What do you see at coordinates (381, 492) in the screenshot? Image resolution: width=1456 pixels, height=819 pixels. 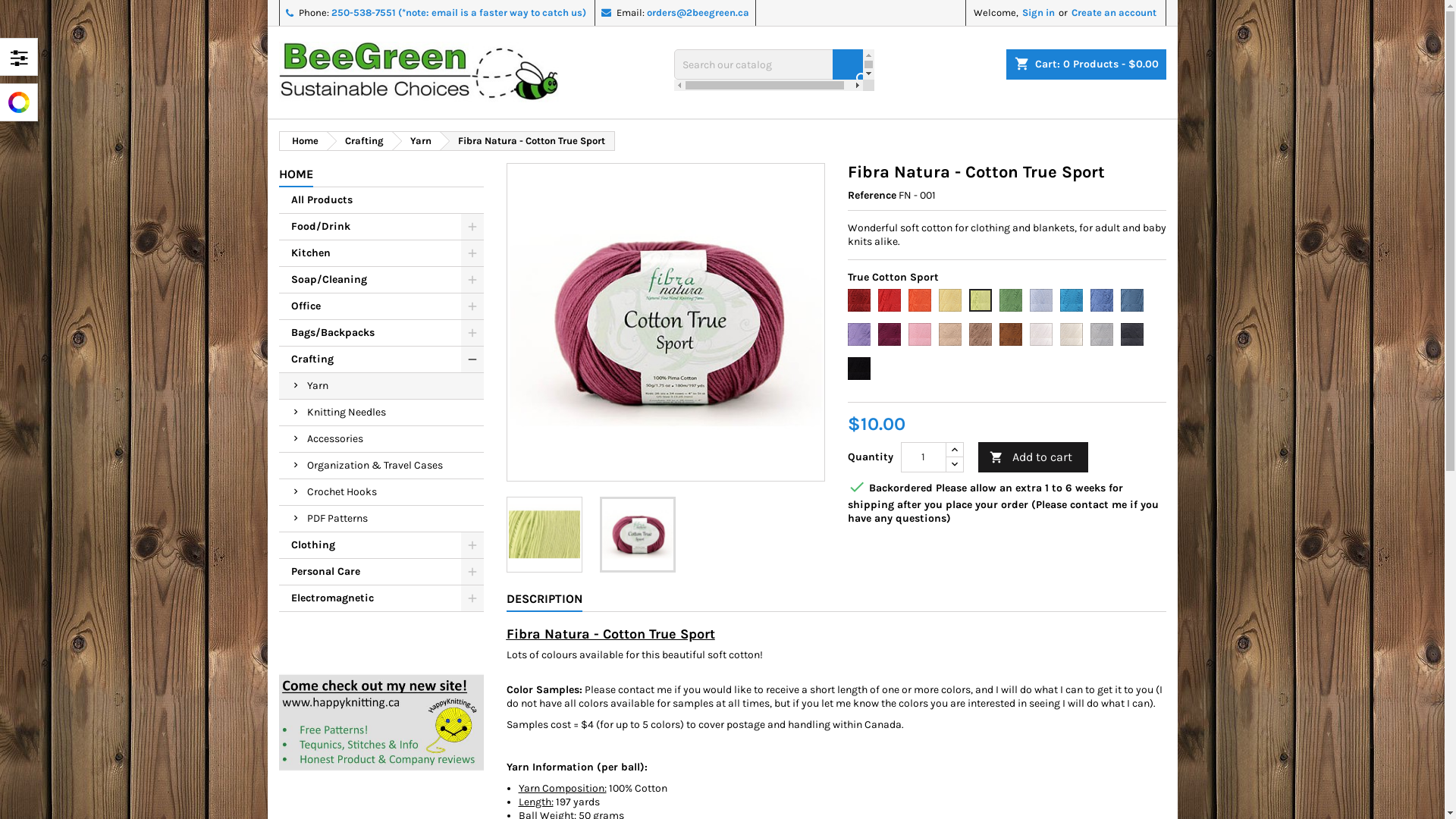 I see `'Crochet Hooks'` at bounding box center [381, 492].